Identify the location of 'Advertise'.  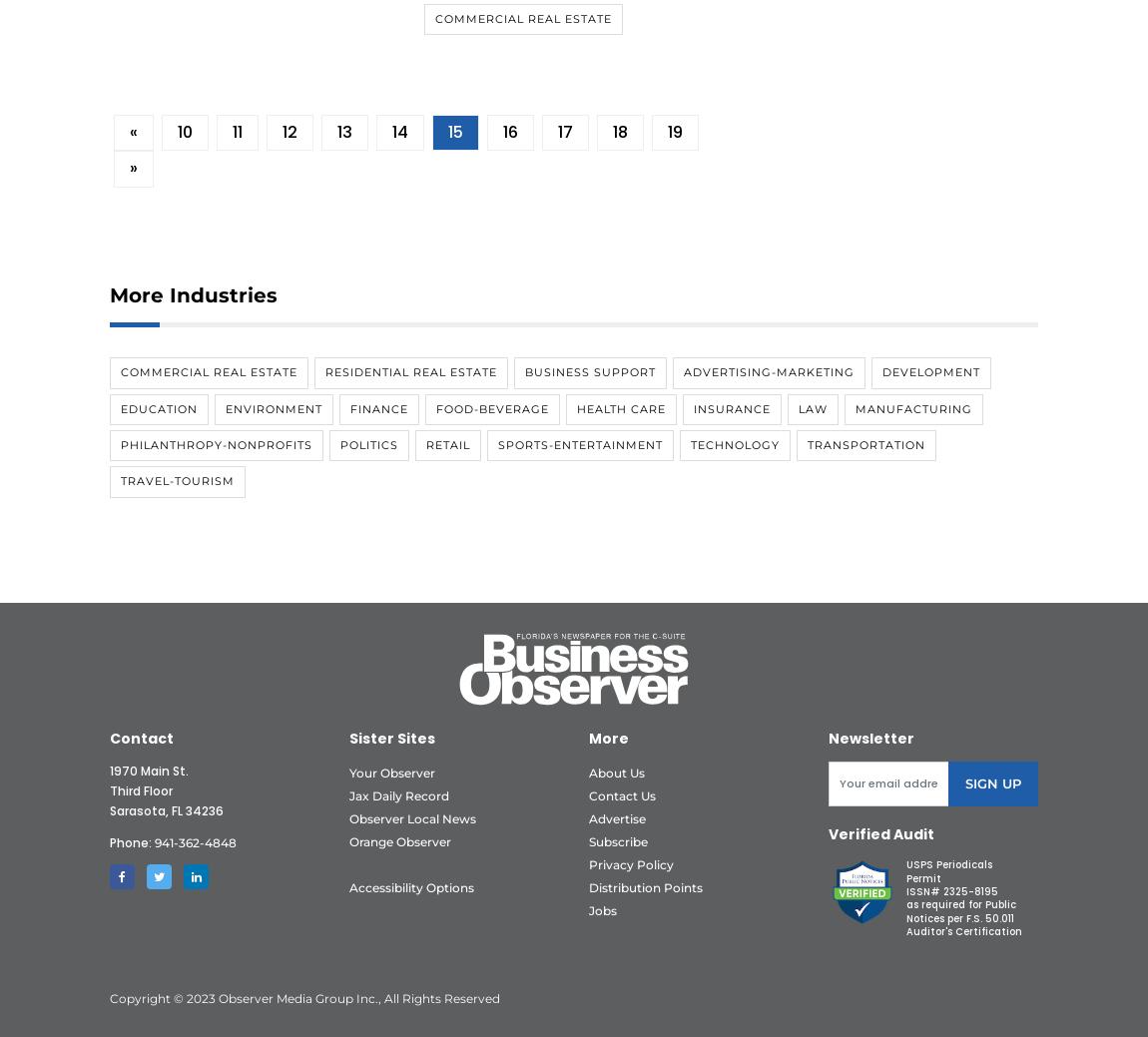
(616, 817).